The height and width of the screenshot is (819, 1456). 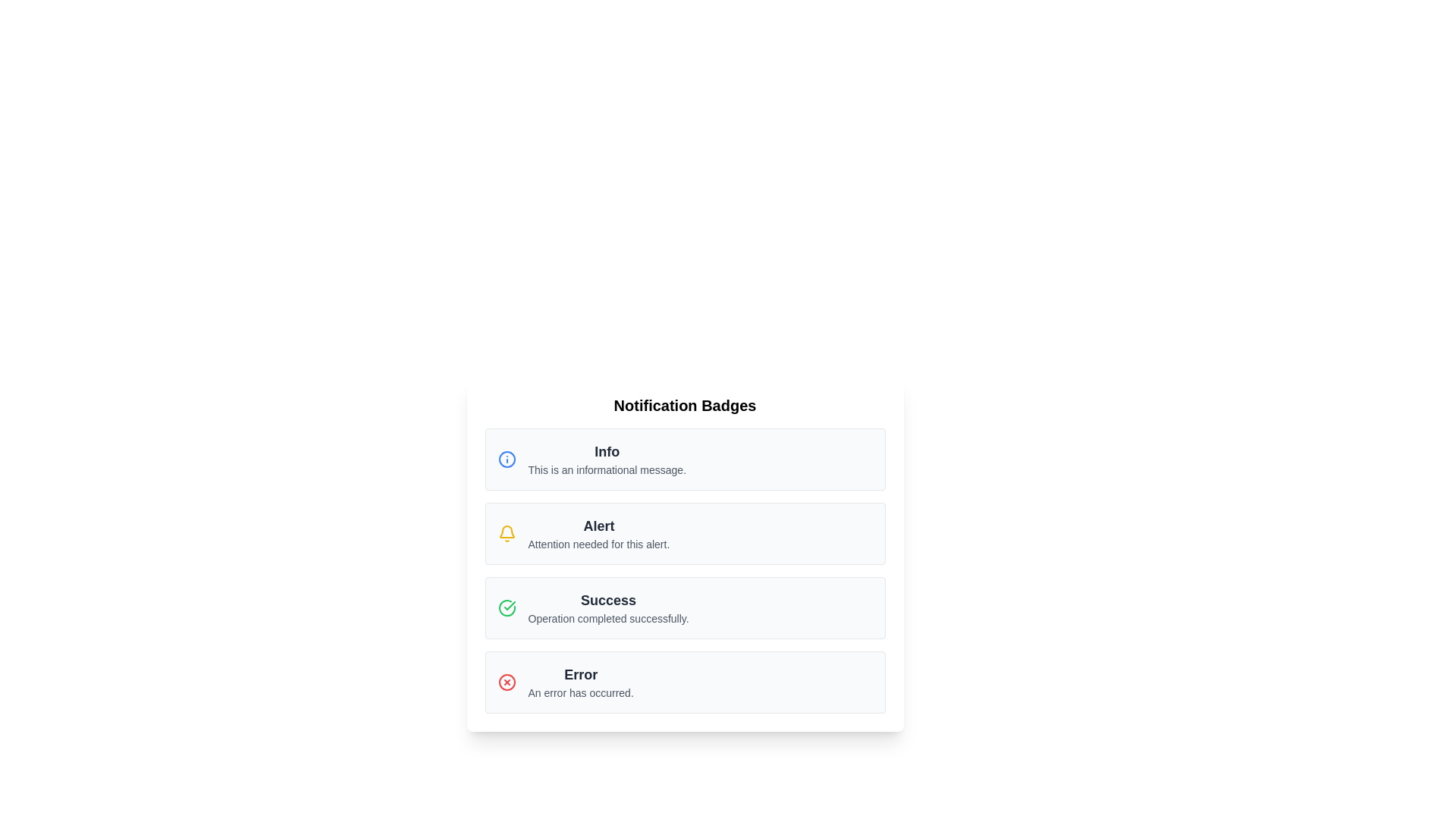 I want to click on the 'Alert' text element styled in large, bold, dark gray font, located in the second notification card above the descriptive text 'Attention needed for this alert.', so click(x=598, y=526).